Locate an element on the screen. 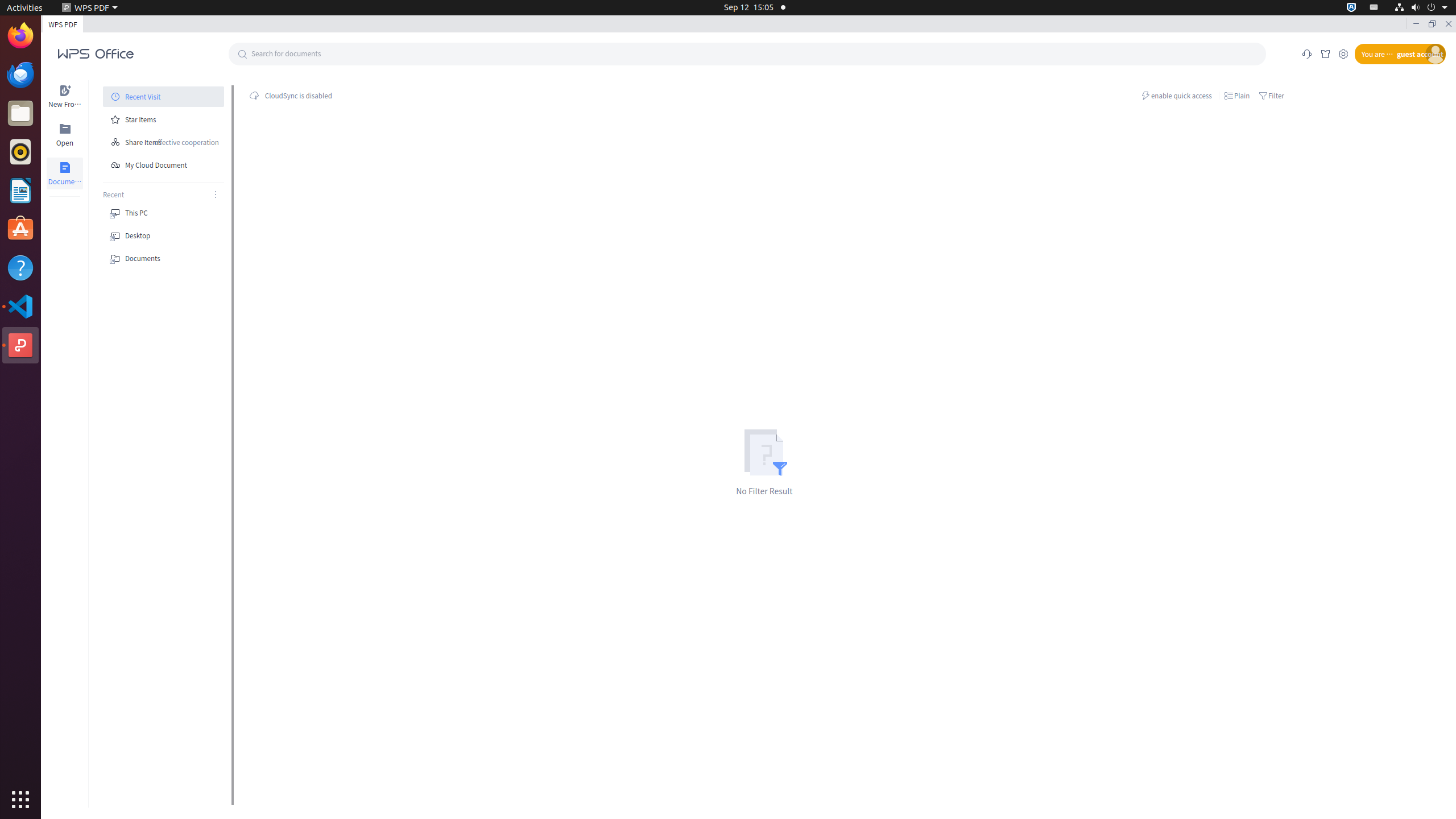 This screenshot has height=819, width=1456. 'WPS PDF' is located at coordinates (89, 7).